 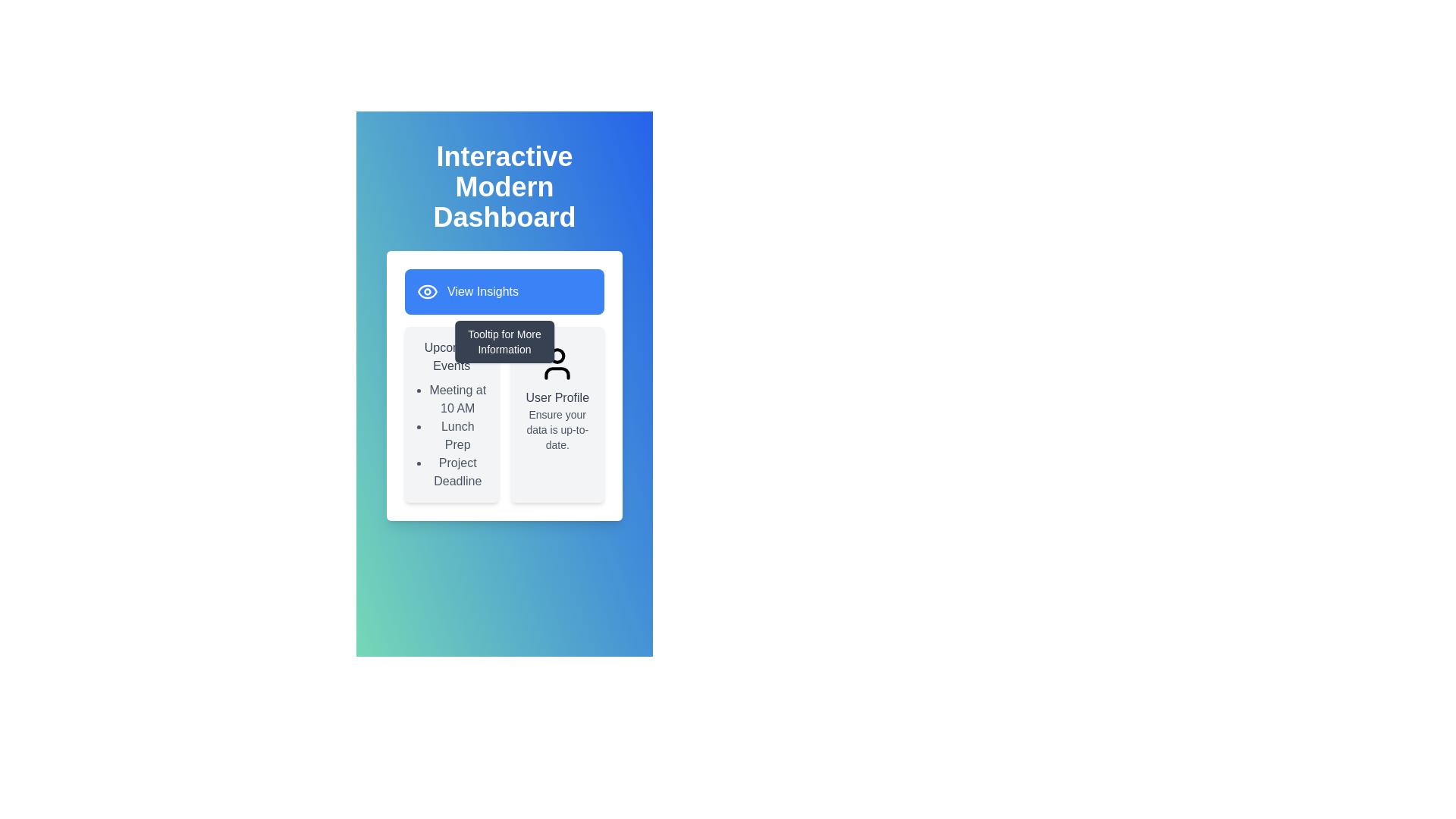 What do you see at coordinates (504, 186) in the screenshot?
I see `the centered heading text that states 'Interactive Modern Dashboard', which is displayed in white on a gradient background transitioning from green to blue` at bounding box center [504, 186].